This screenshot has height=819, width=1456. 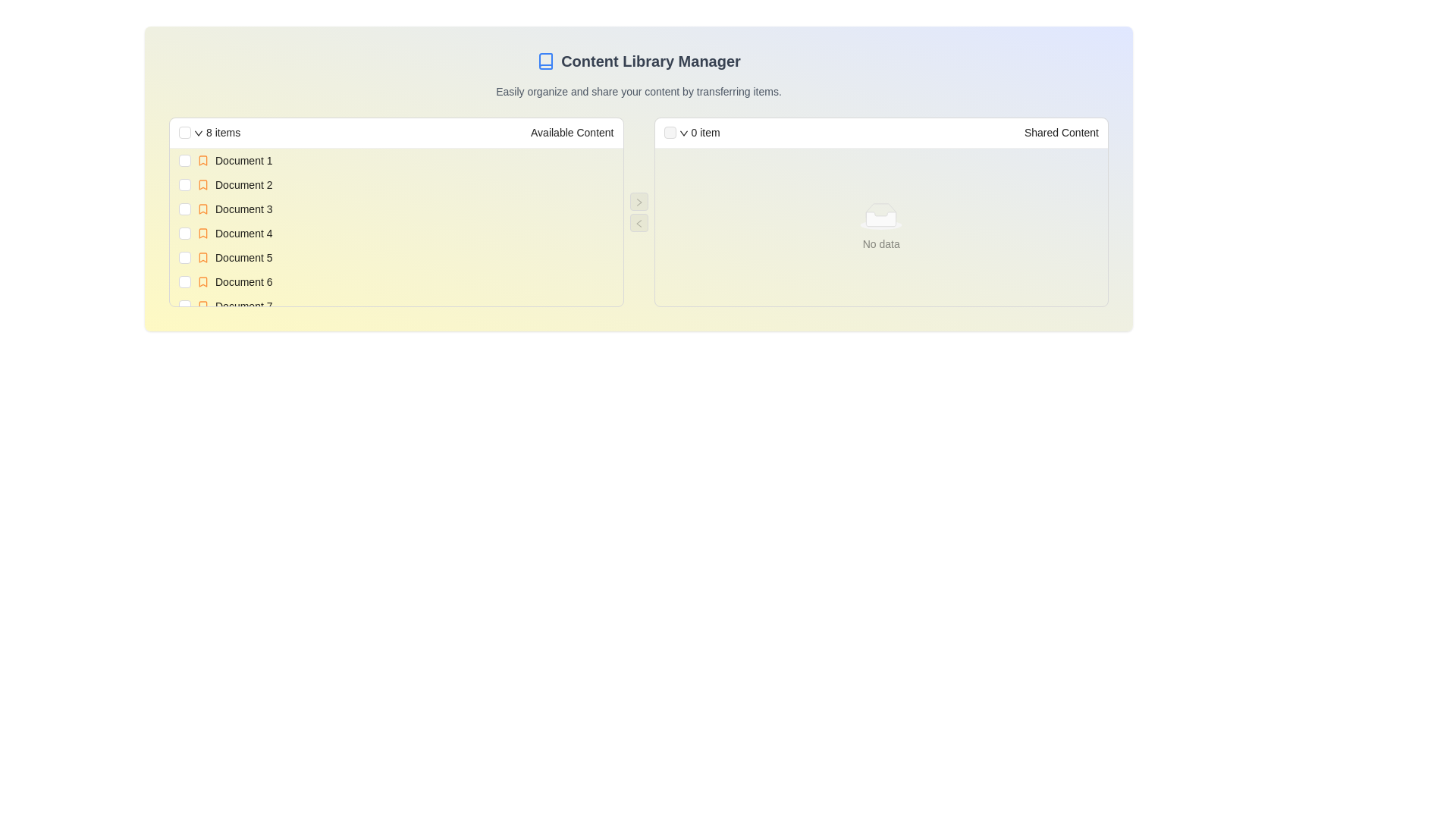 What do you see at coordinates (881, 210) in the screenshot?
I see `the stylized graphical decorative element that resembles a horizontal rectangle with a triangular cutout at the bottom center, located in the 'Shared Content' section of the 'Content Library Manager' interface` at bounding box center [881, 210].